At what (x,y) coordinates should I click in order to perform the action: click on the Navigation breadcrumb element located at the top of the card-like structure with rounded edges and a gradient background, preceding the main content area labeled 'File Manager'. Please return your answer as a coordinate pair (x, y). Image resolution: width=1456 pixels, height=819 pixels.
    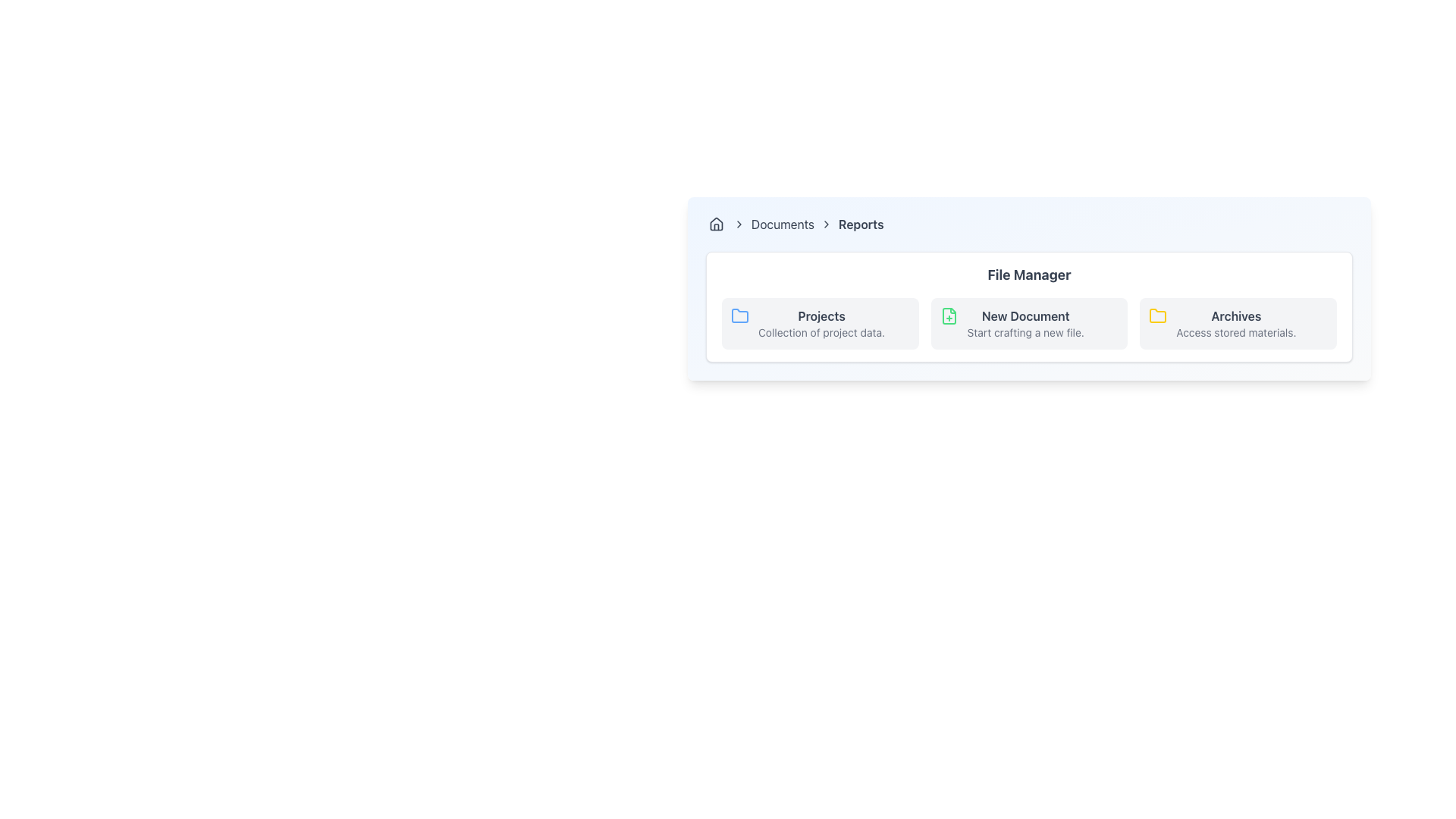
    Looking at the image, I should click on (1029, 224).